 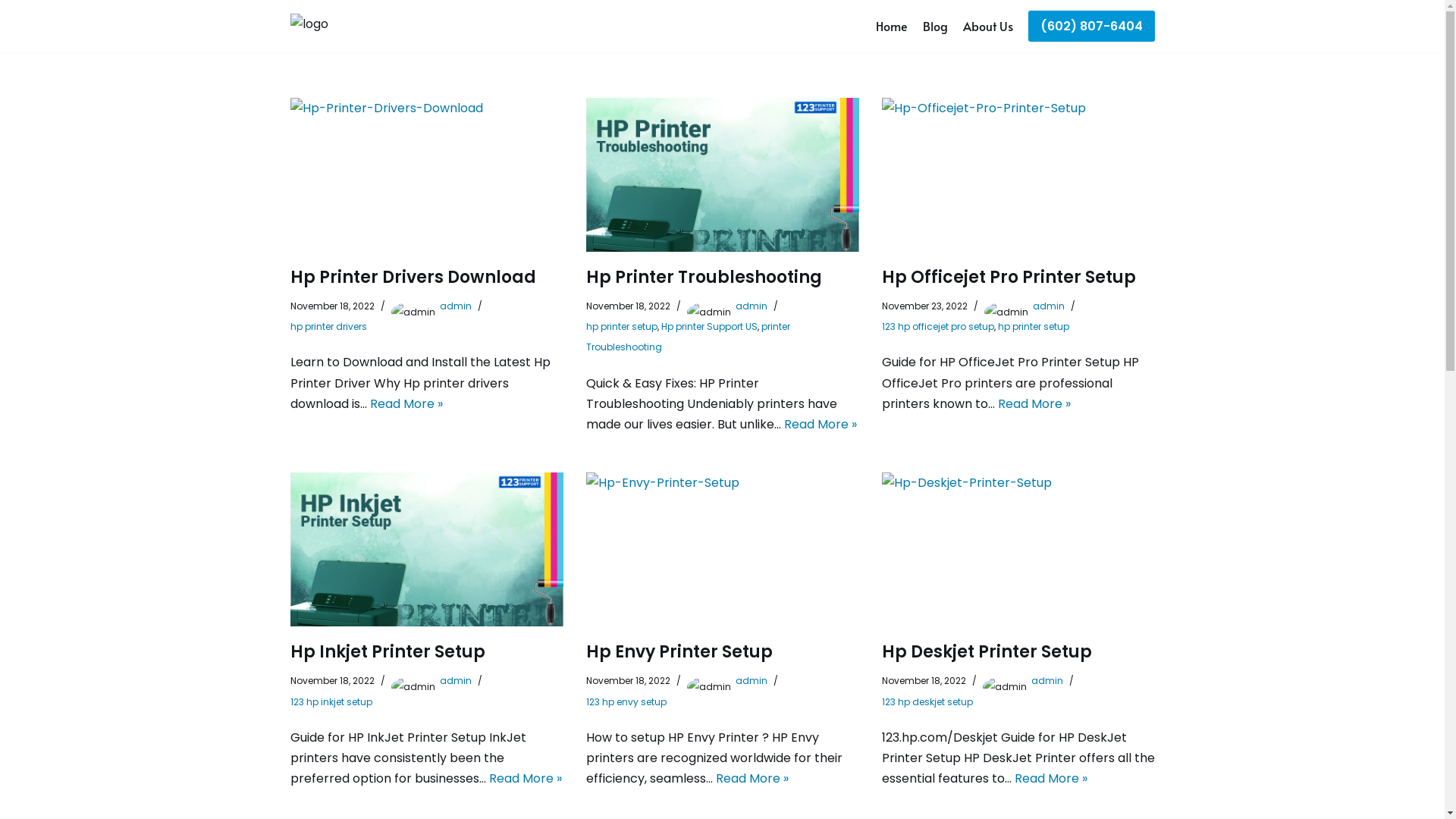 I want to click on '(602) 807-6404', so click(x=1090, y=26).